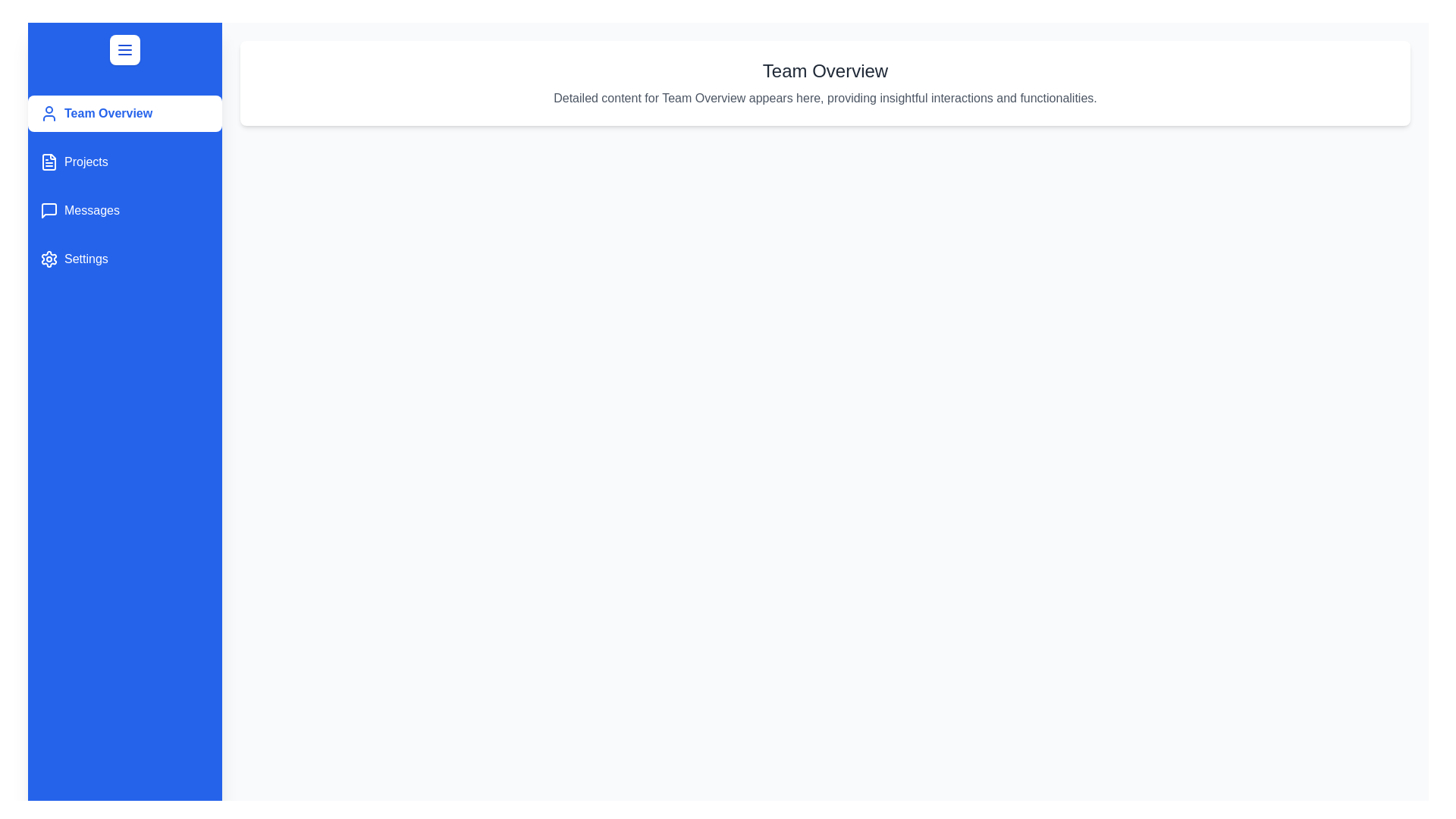 Image resolution: width=1456 pixels, height=819 pixels. I want to click on the panel Settings from the sidebar, so click(124, 259).